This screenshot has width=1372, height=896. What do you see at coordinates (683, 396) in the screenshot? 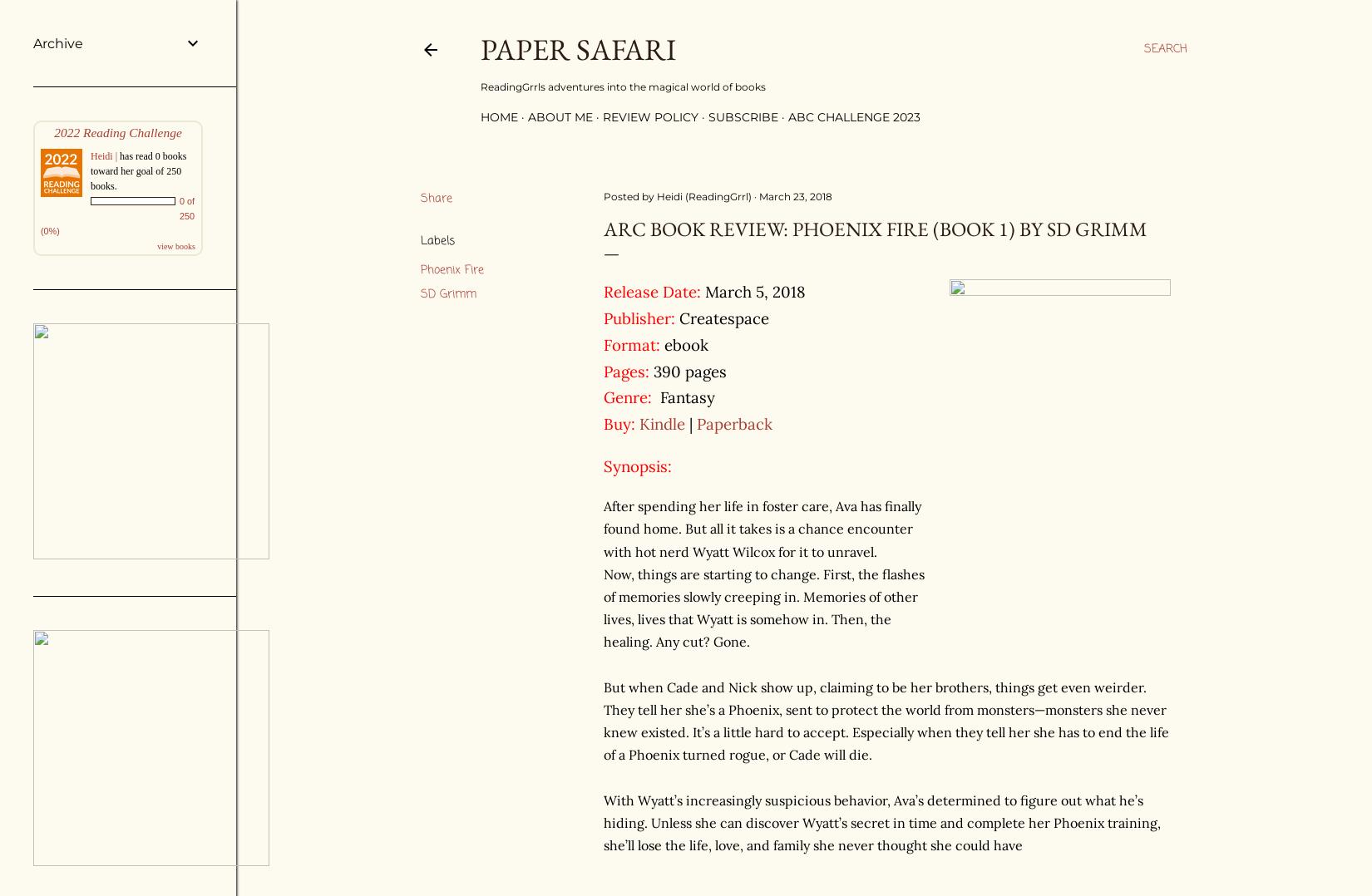
I see `'Fantasy'` at bounding box center [683, 396].